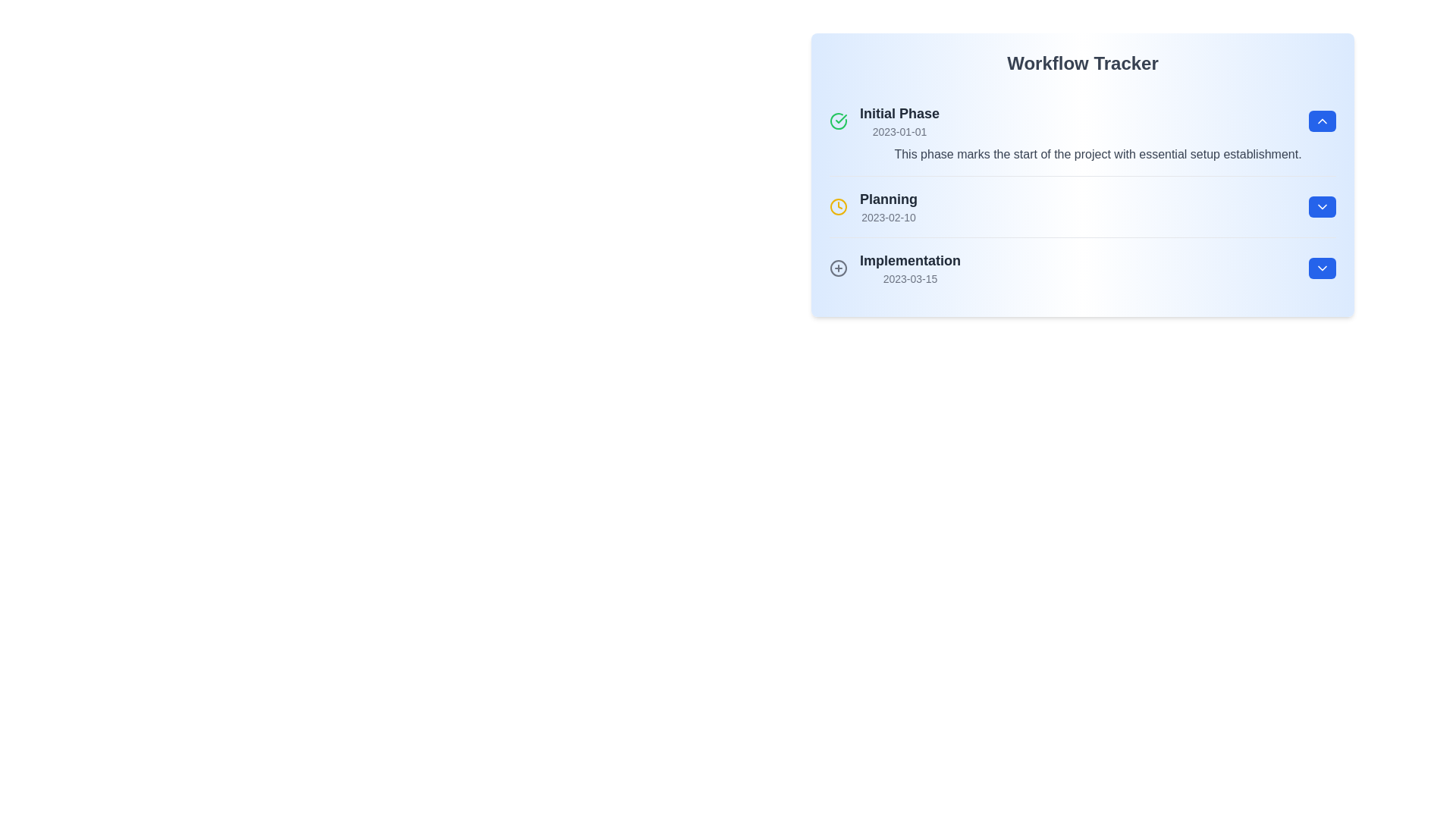 This screenshot has width=1456, height=819. I want to click on the toggle button located in the top-right corner of the first row of the workflow tracker, so click(1321, 120).